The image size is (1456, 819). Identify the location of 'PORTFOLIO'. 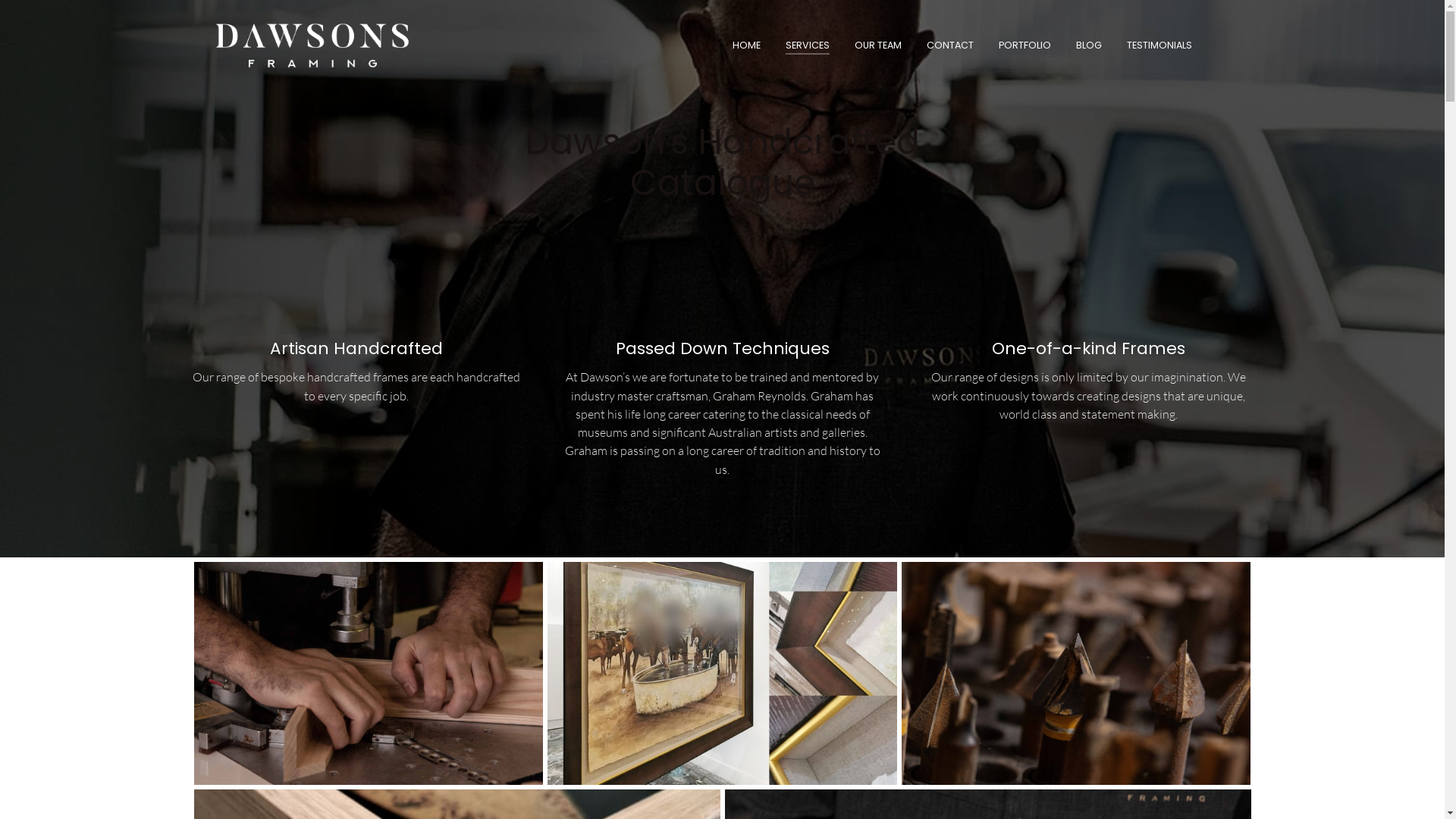
(1019, 45).